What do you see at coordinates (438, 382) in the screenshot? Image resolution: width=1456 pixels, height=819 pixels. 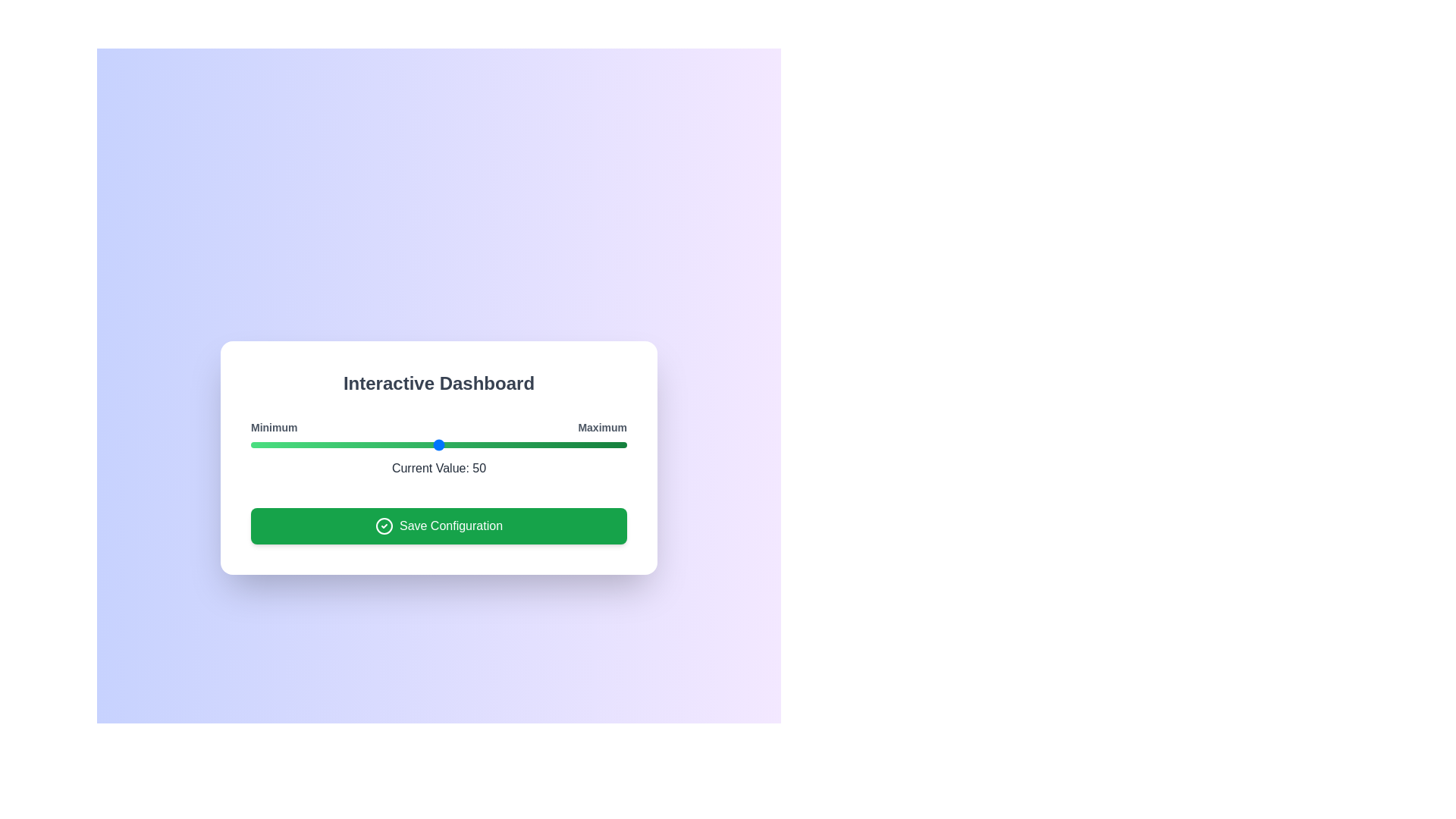 I see `the text 'Interactive Dashboard' to select it` at bounding box center [438, 382].